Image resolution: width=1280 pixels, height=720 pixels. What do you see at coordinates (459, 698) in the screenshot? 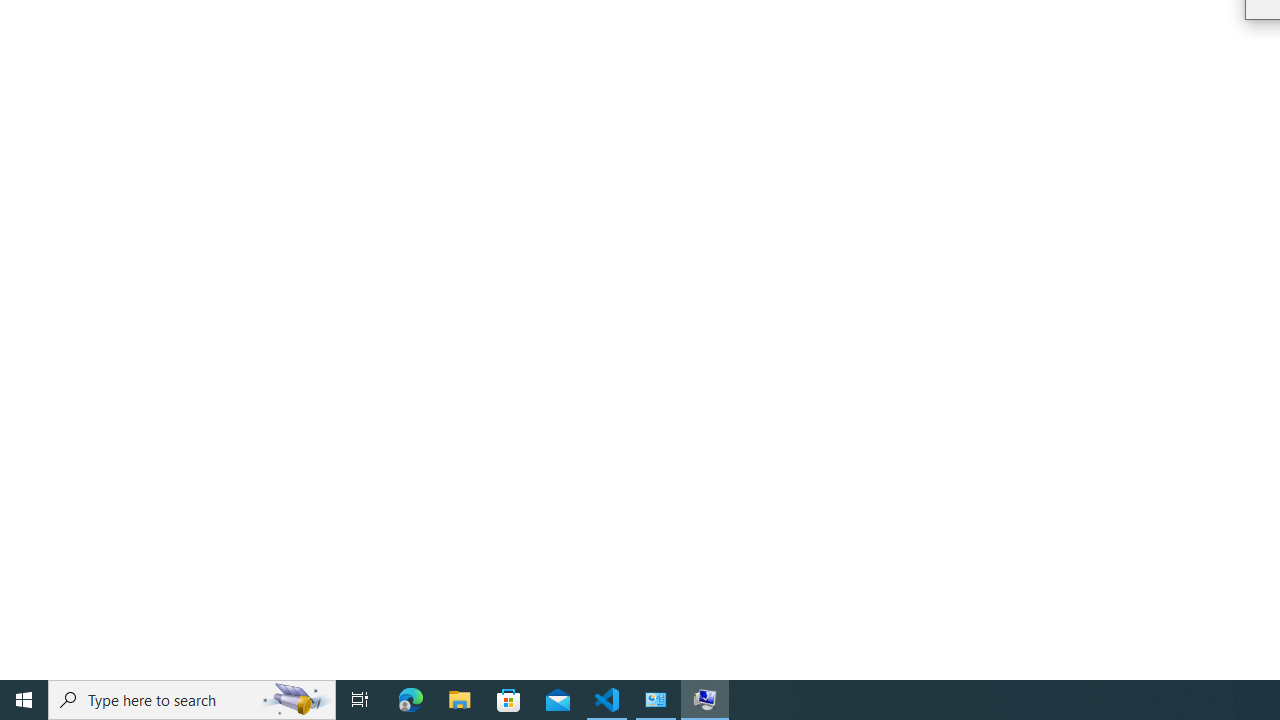
I see `'File Explorer'` at bounding box center [459, 698].